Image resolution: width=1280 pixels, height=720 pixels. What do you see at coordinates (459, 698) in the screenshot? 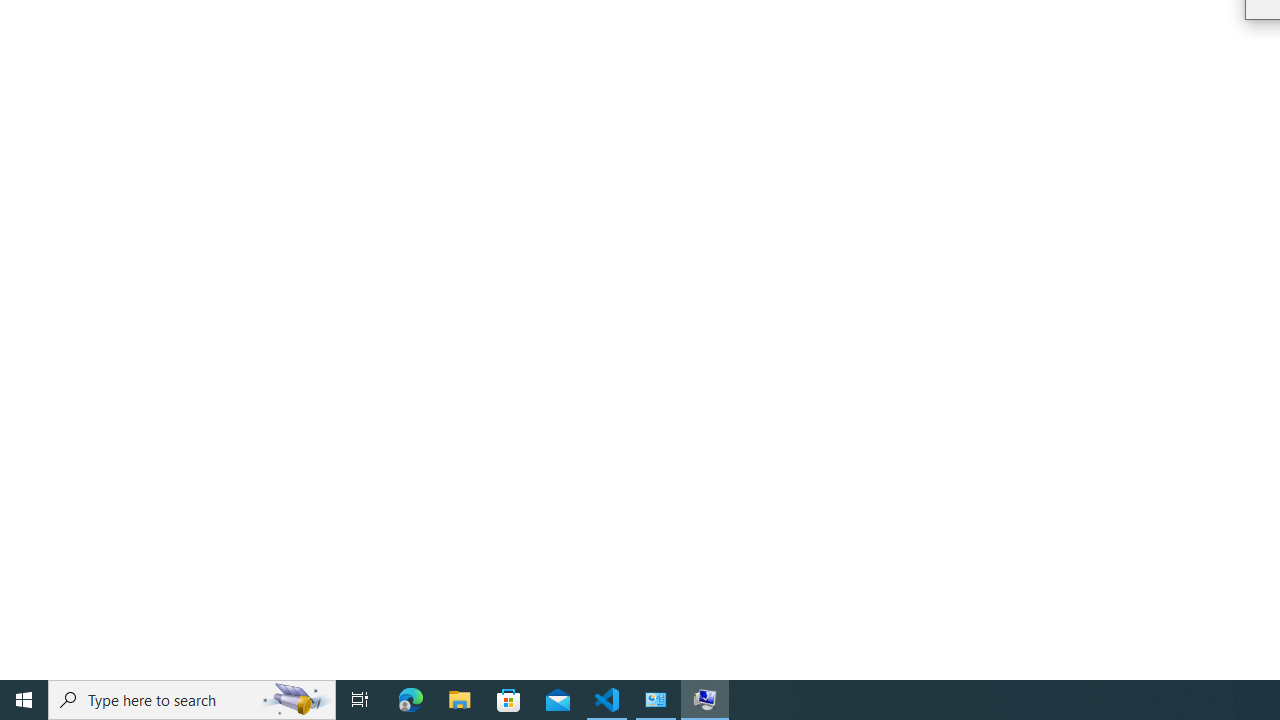
I see `'File Explorer'` at bounding box center [459, 698].